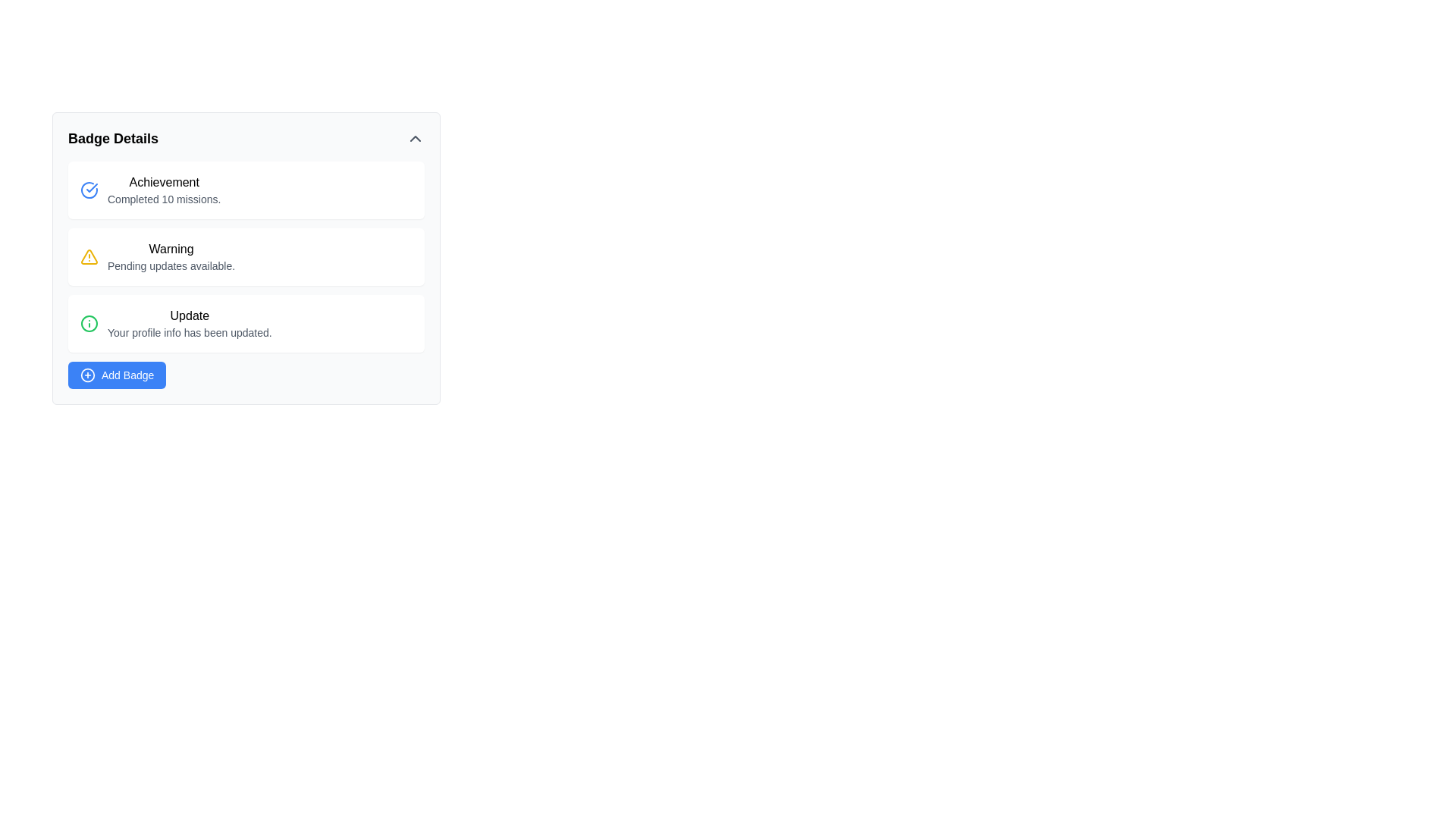 Image resolution: width=1456 pixels, height=819 pixels. Describe the element at coordinates (246, 257) in the screenshot. I see `the warning details on the second informational card in the 'Badge Details' panel, which contains a yellow warning triangle icon and text stating 'Warning' and 'Pending updates available.'` at that location.